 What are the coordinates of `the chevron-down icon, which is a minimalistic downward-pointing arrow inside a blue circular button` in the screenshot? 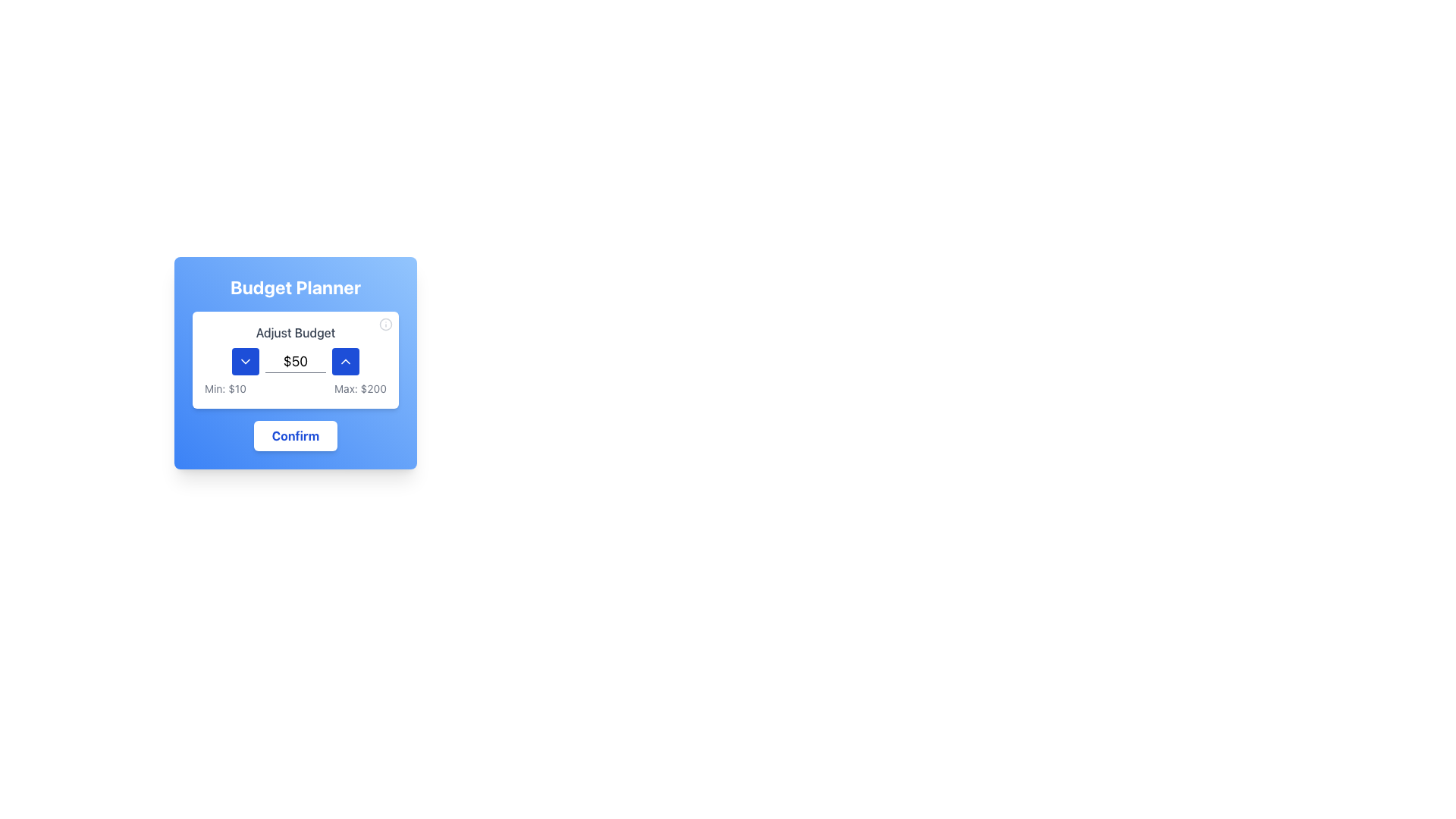 It's located at (246, 362).